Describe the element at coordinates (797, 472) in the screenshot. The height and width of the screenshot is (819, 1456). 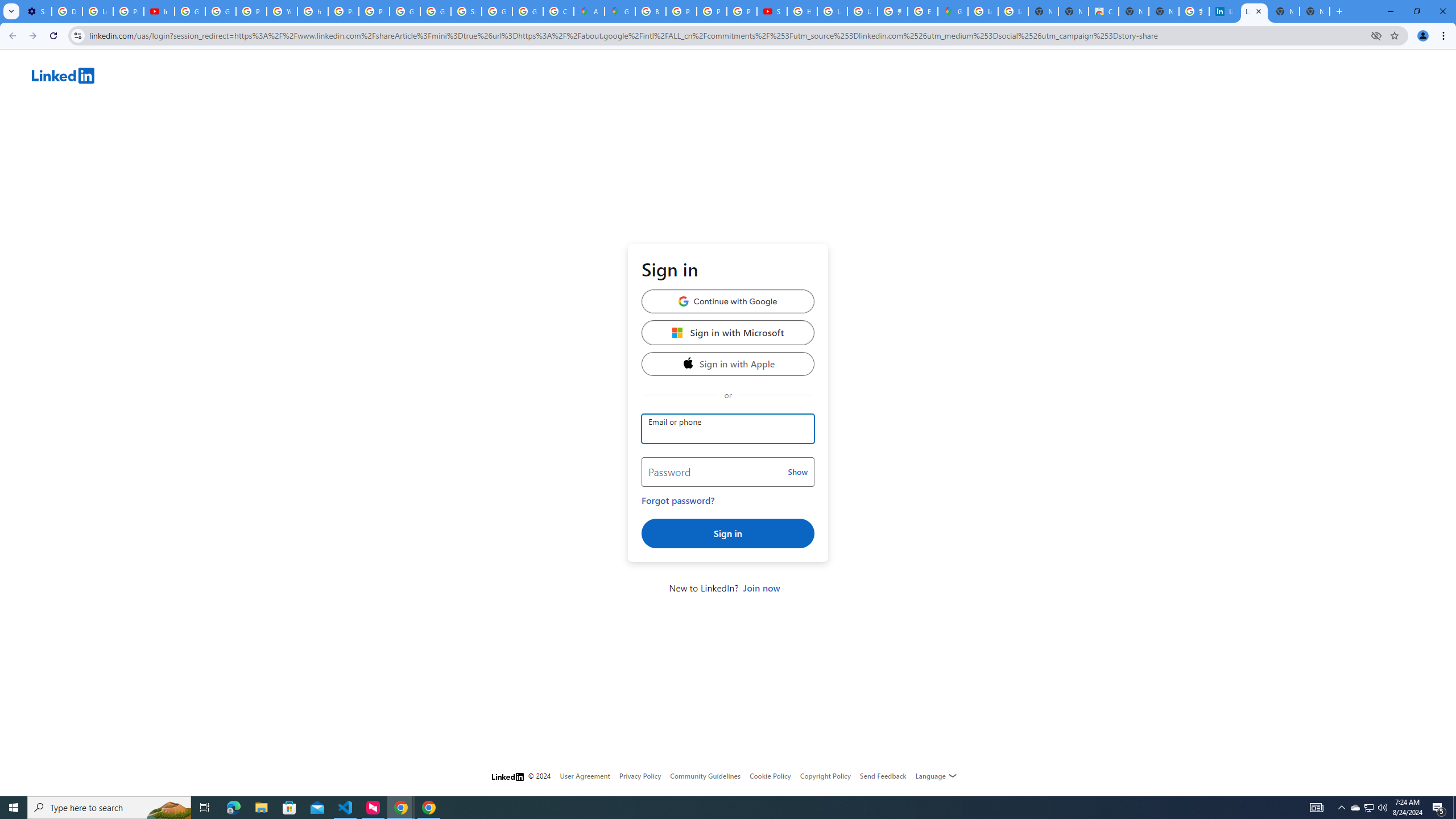
I see `'Show'` at that location.